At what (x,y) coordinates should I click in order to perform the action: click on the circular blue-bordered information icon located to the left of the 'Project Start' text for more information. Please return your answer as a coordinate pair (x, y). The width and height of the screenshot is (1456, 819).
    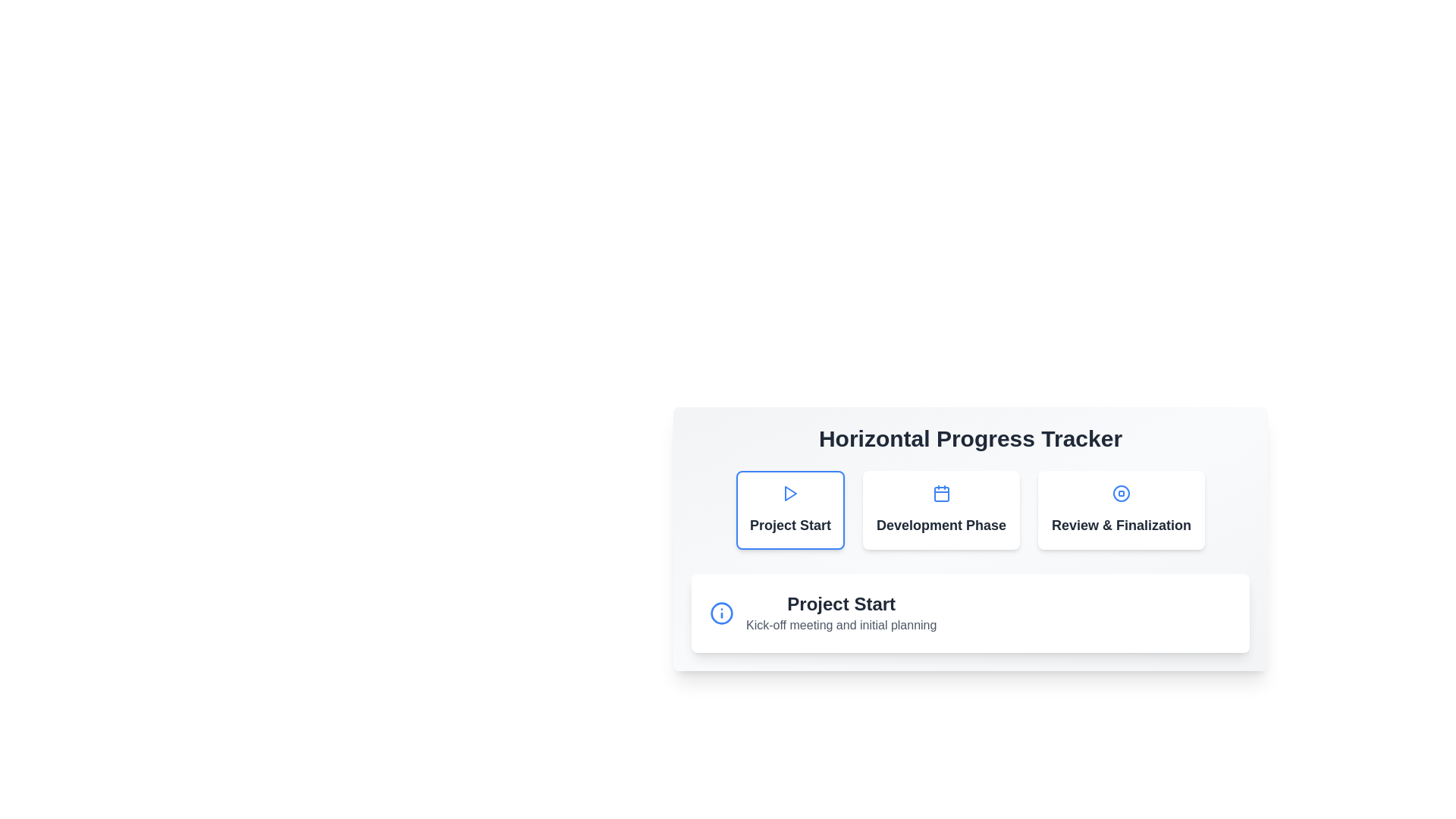
    Looking at the image, I should click on (720, 613).